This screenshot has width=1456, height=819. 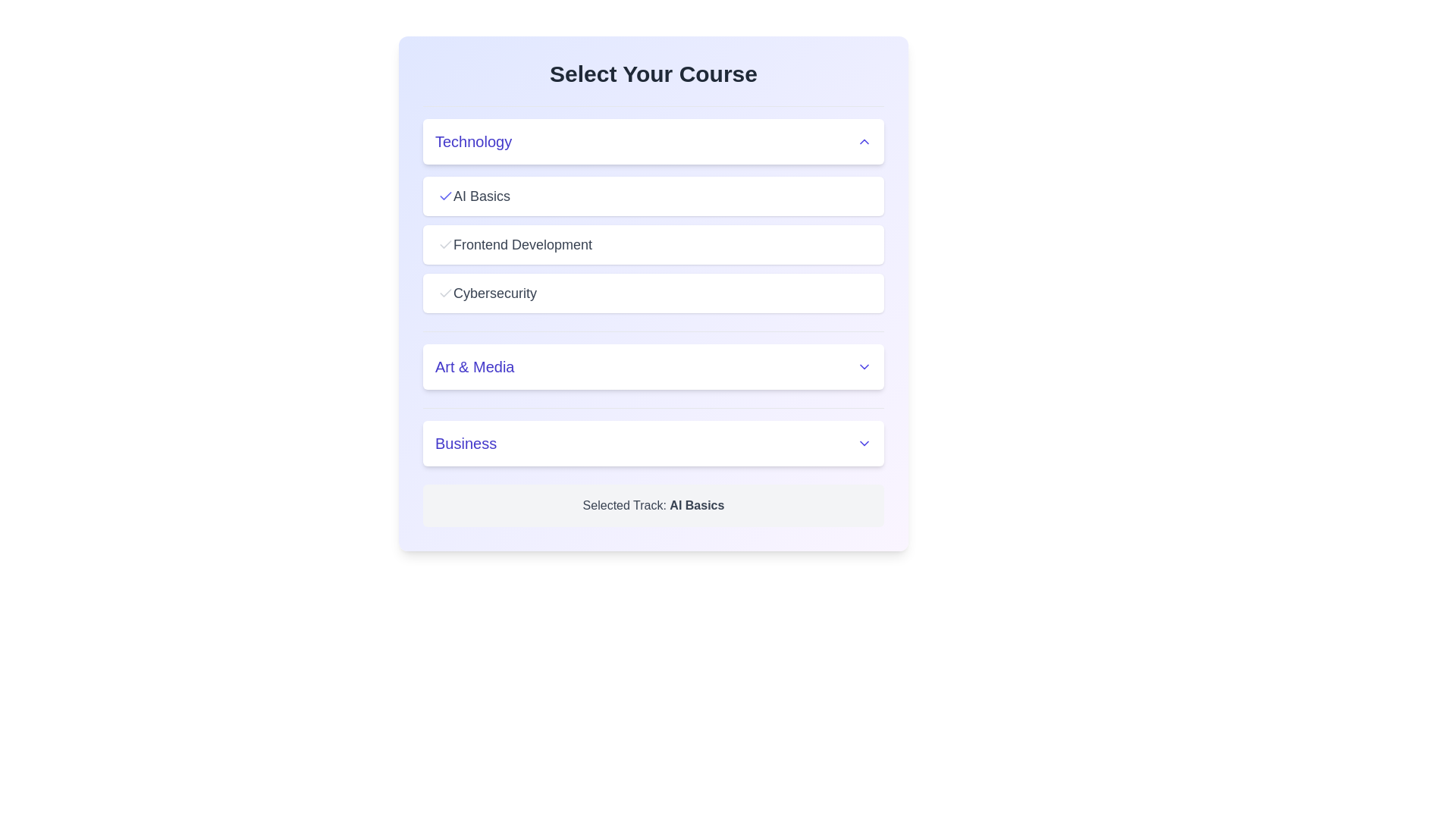 What do you see at coordinates (522, 244) in the screenshot?
I see `text label located in the second row of options under the 'Technology' section, which is horizontally aligned with a checkmark icon and has a white background with rounded corners` at bounding box center [522, 244].